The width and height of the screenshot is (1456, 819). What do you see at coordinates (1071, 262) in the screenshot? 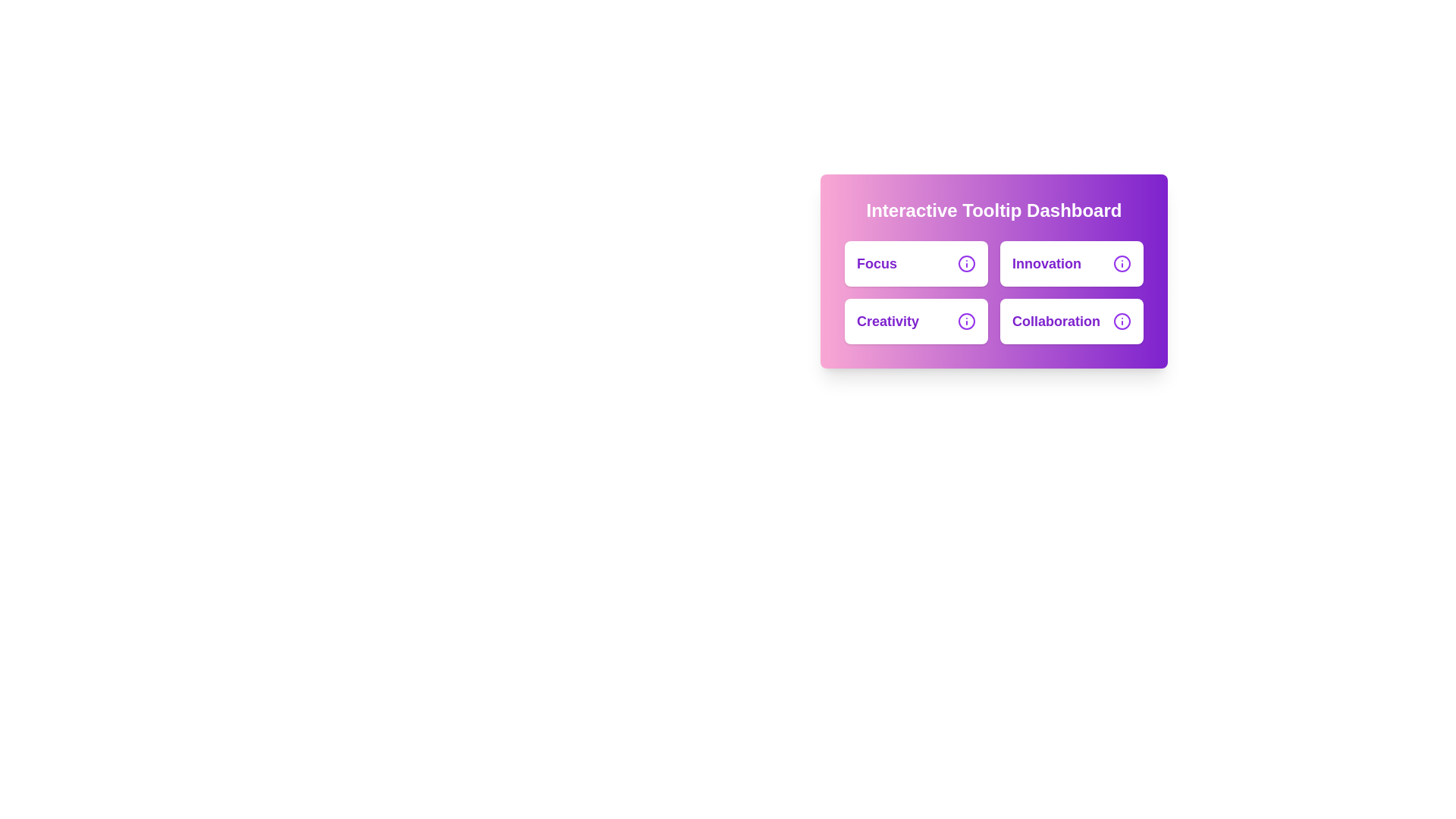
I see `the second button in the top row of a 2x2 grid layout, which is labeled for 'Innovation'` at bounding box center [1071, 262].